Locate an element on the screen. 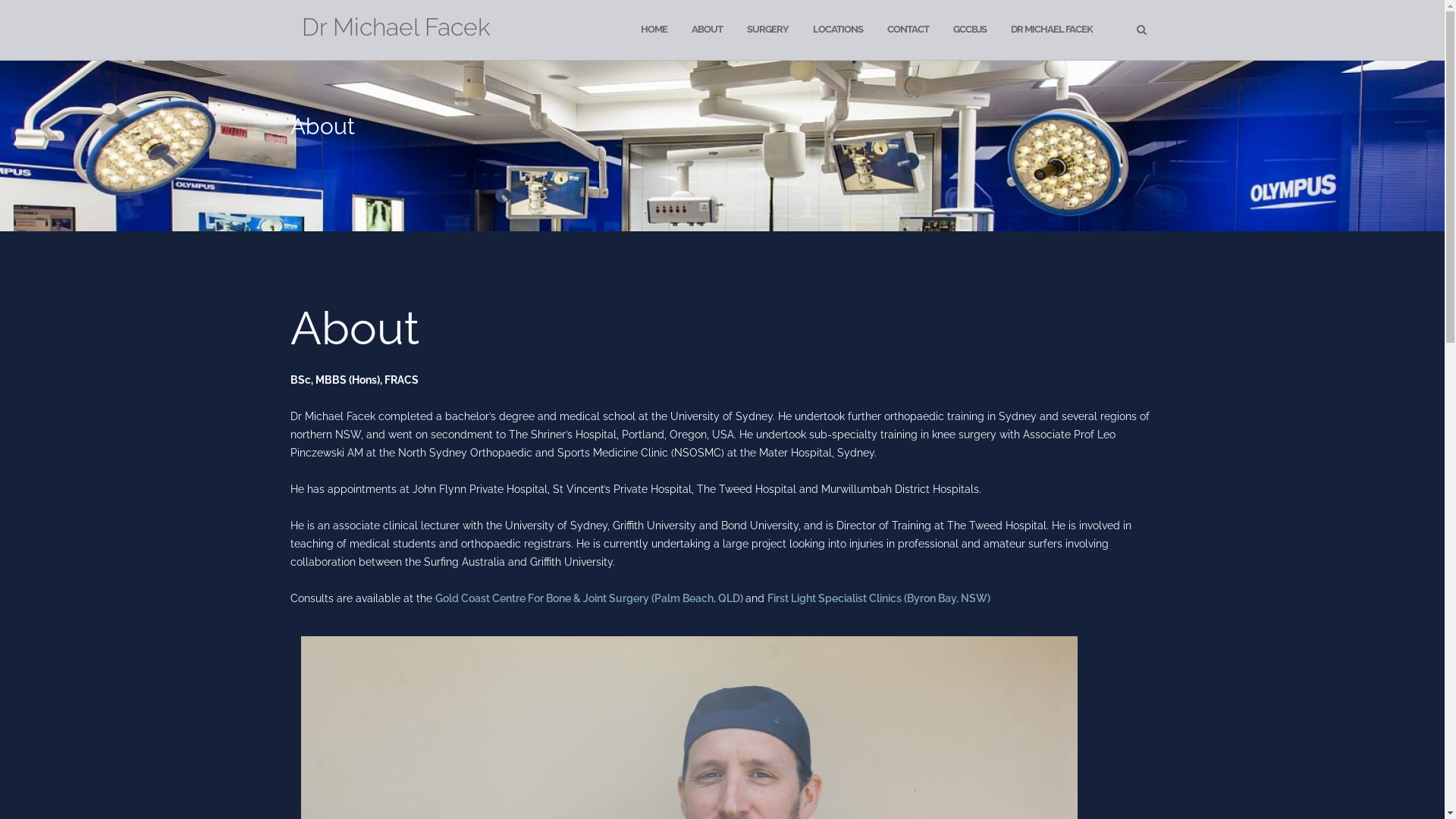 The width and height of the screenshot is (1456, 819). 'SURGERY' is located at coordinates (767, 30).